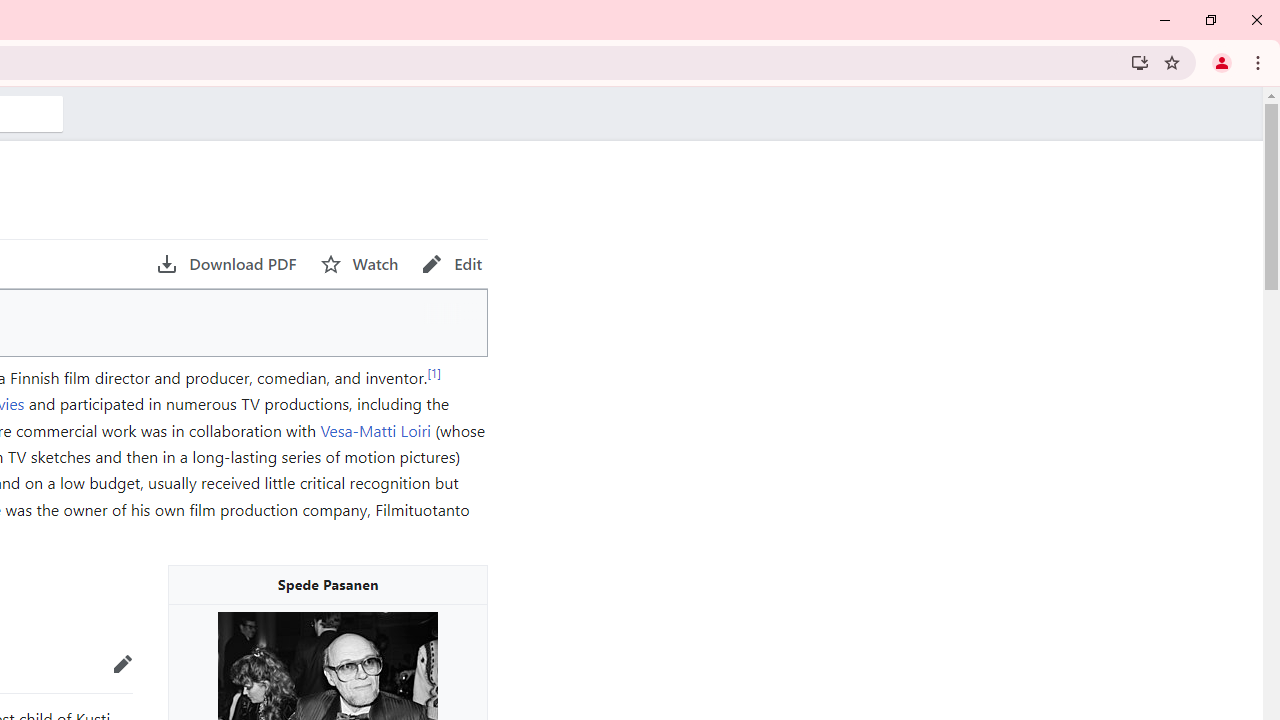  Describe the element at coordinates (451, 263) in the screenshot. I see `'AutomationID: page-actions-edit'` at that location.